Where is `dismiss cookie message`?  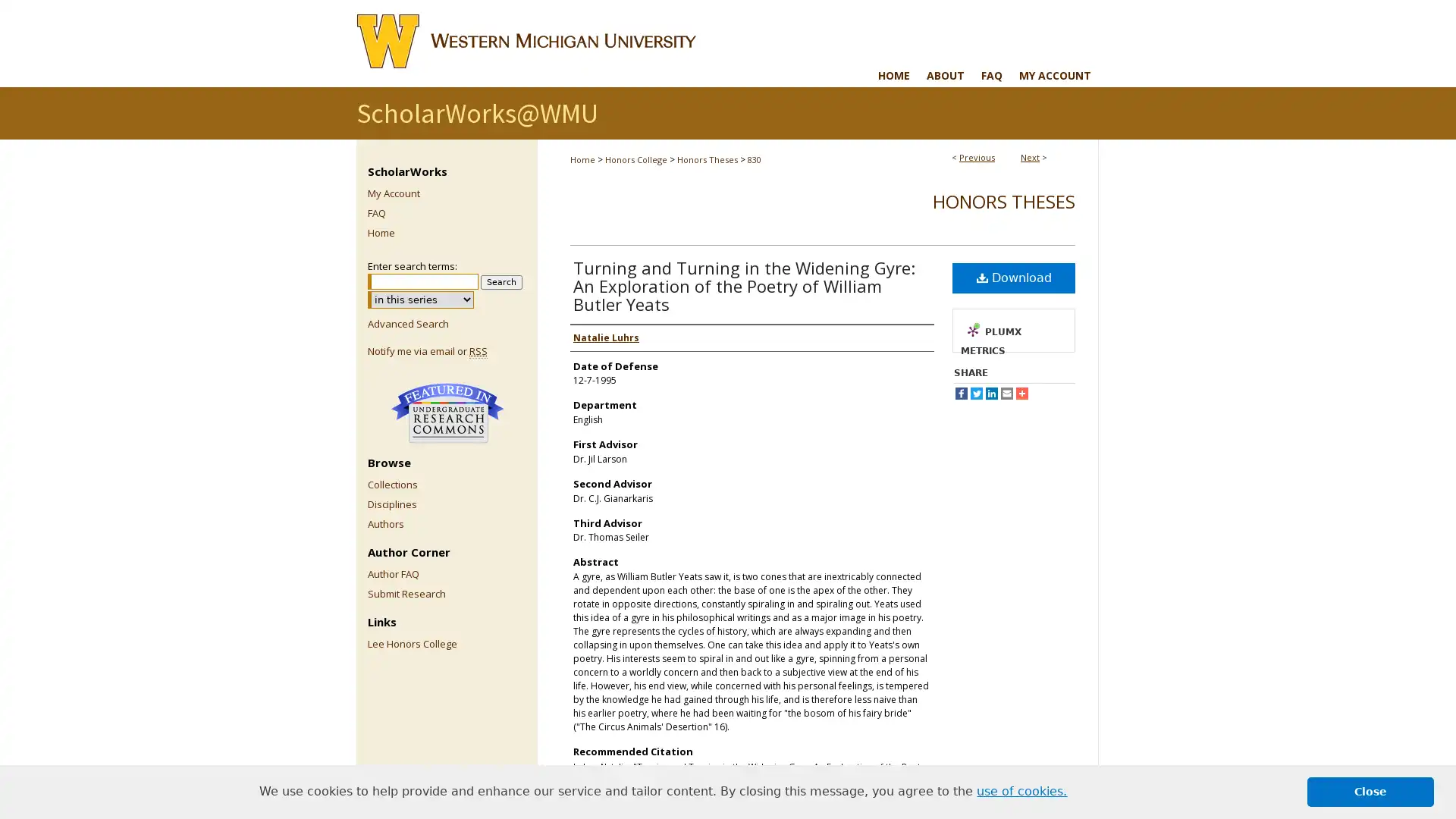 dismiss cookie message is located at coordinates (1370, 791).